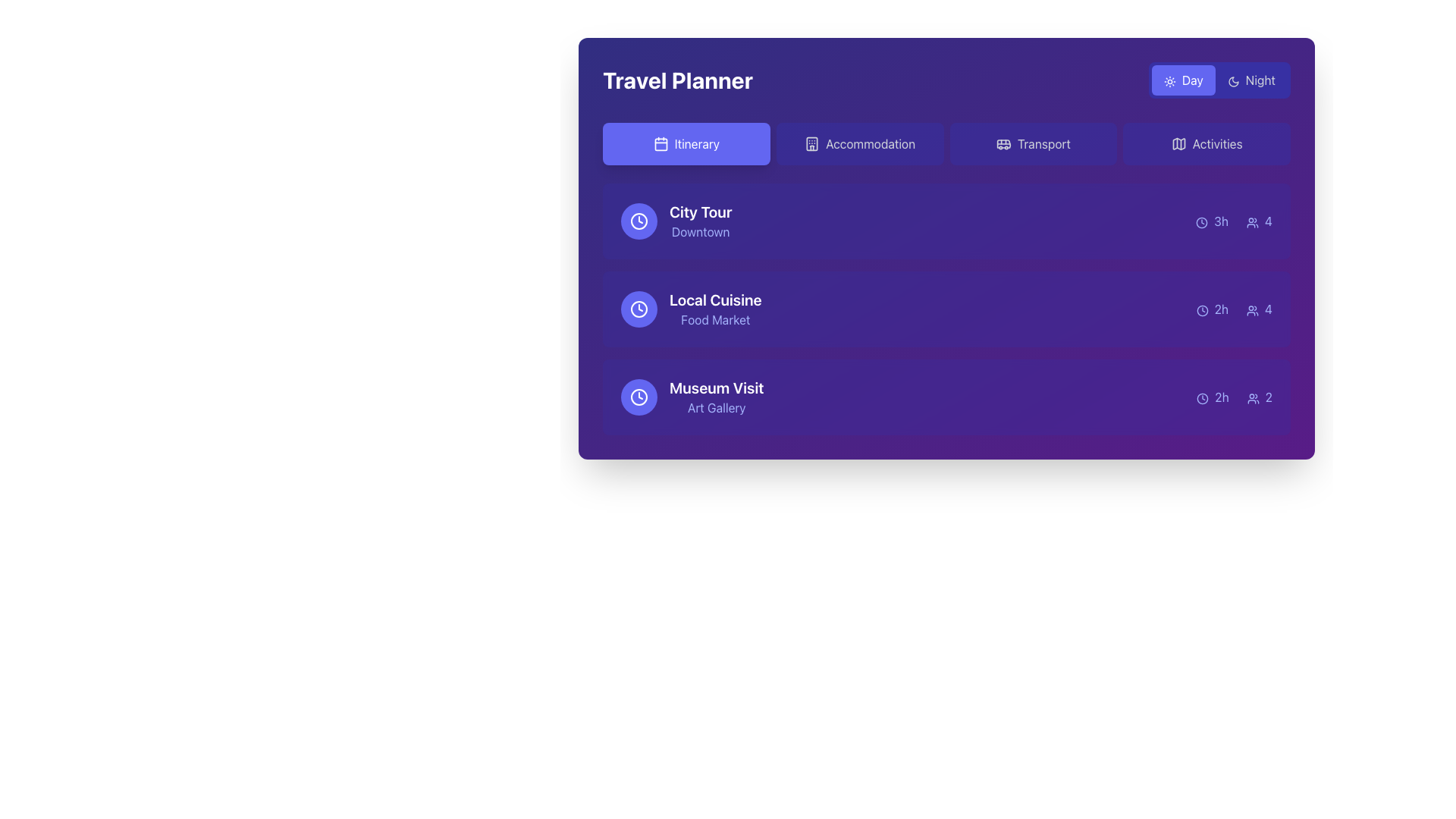 The image size is (1456, 819). What do you see at coordinates (639, 309) in the screenshot?
I see `the circular component of the clock icon located next to the 'Local Cuisine' entry in the 'Travel Planner' application interface` at bounding box center [639, 309].